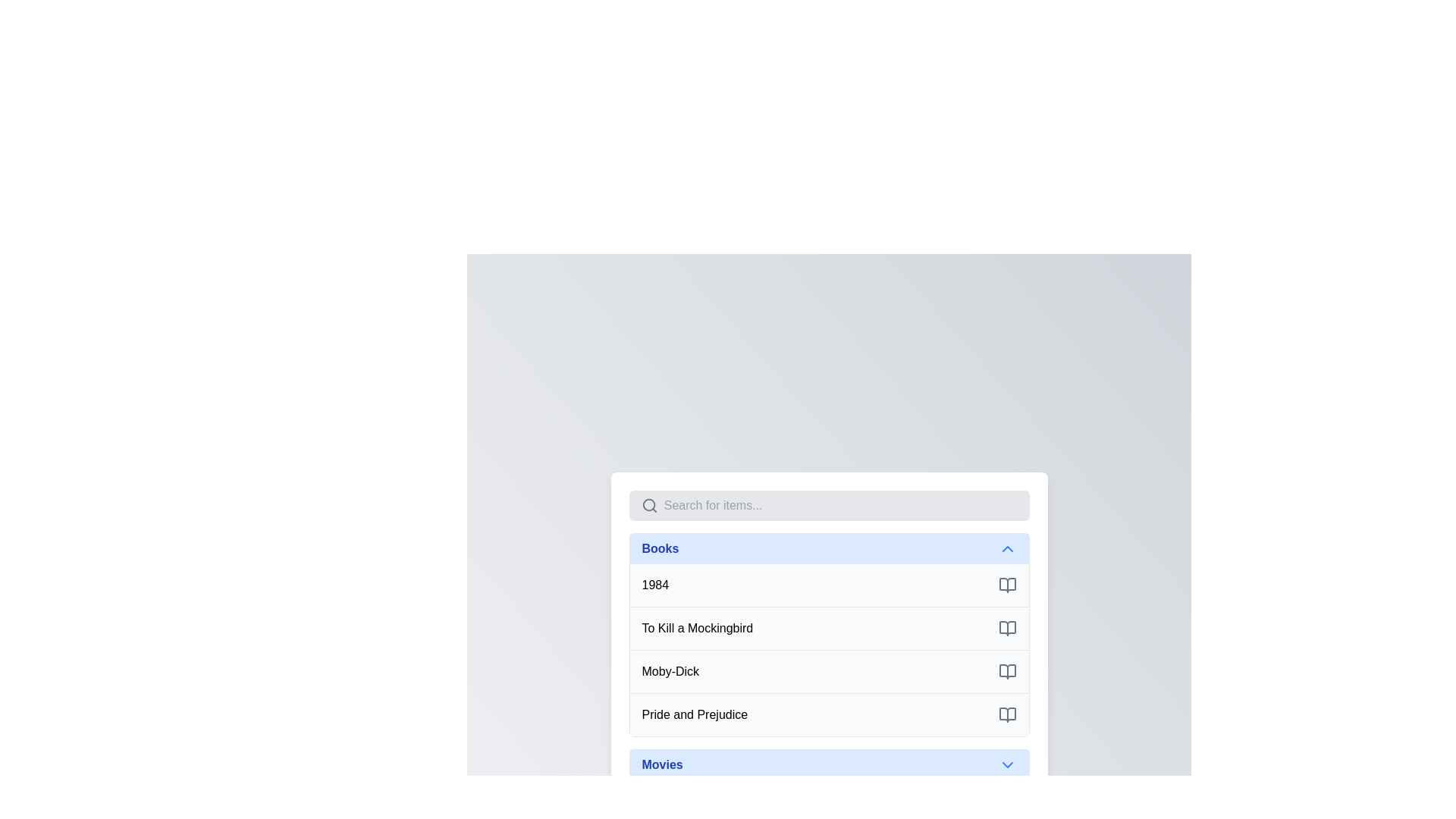 This screenshot has width=1456, height=819. What do you see at coordinates (1007, 628) in the screenshot?
I see `the book icon that represents items in the 'Books' section, located to the right of 'To Kill a Mockingbird.'` at bounding box center [1007, 628].